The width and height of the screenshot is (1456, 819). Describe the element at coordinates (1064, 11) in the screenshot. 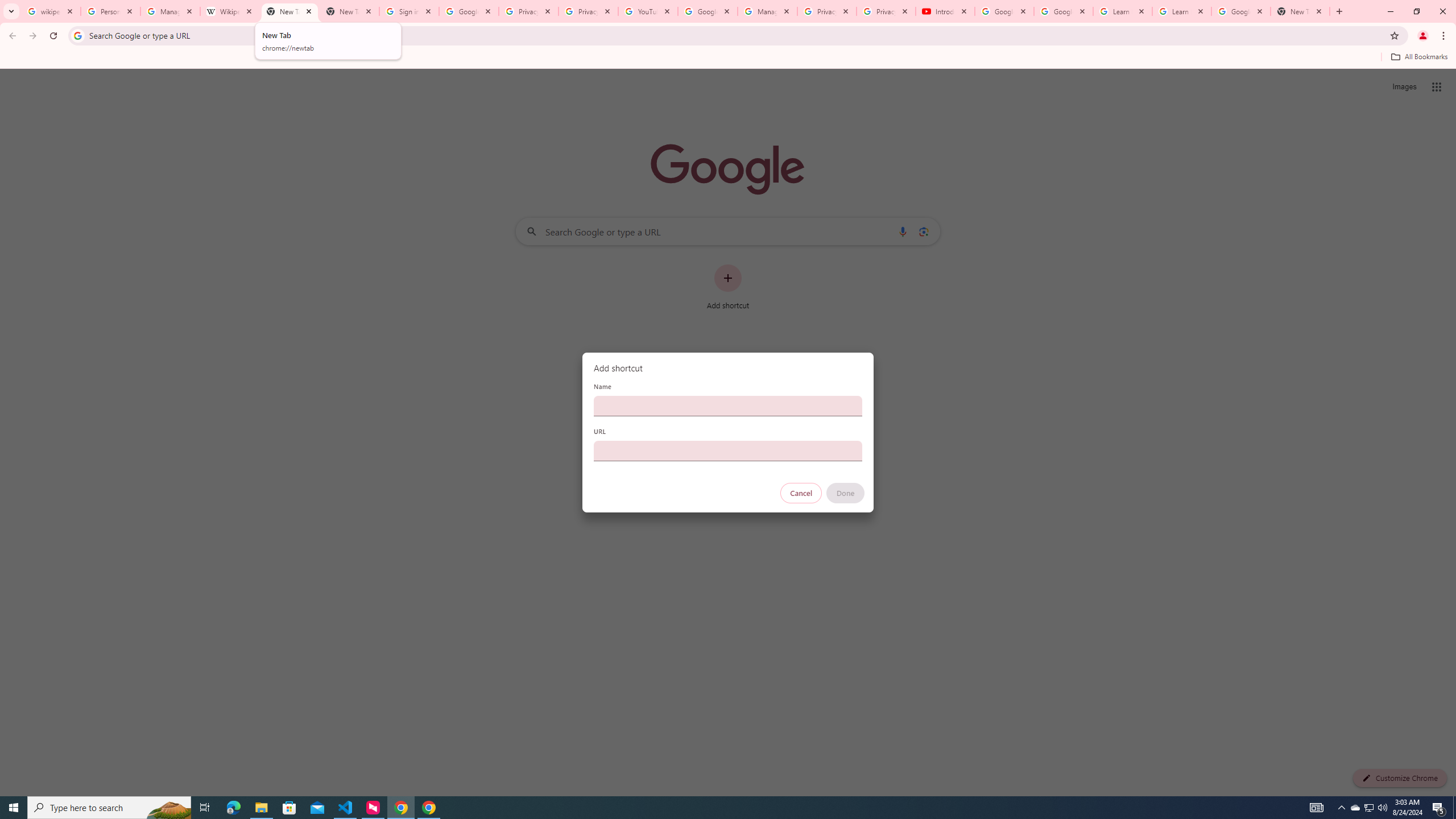

I see `'Google Account Help'` at that location.